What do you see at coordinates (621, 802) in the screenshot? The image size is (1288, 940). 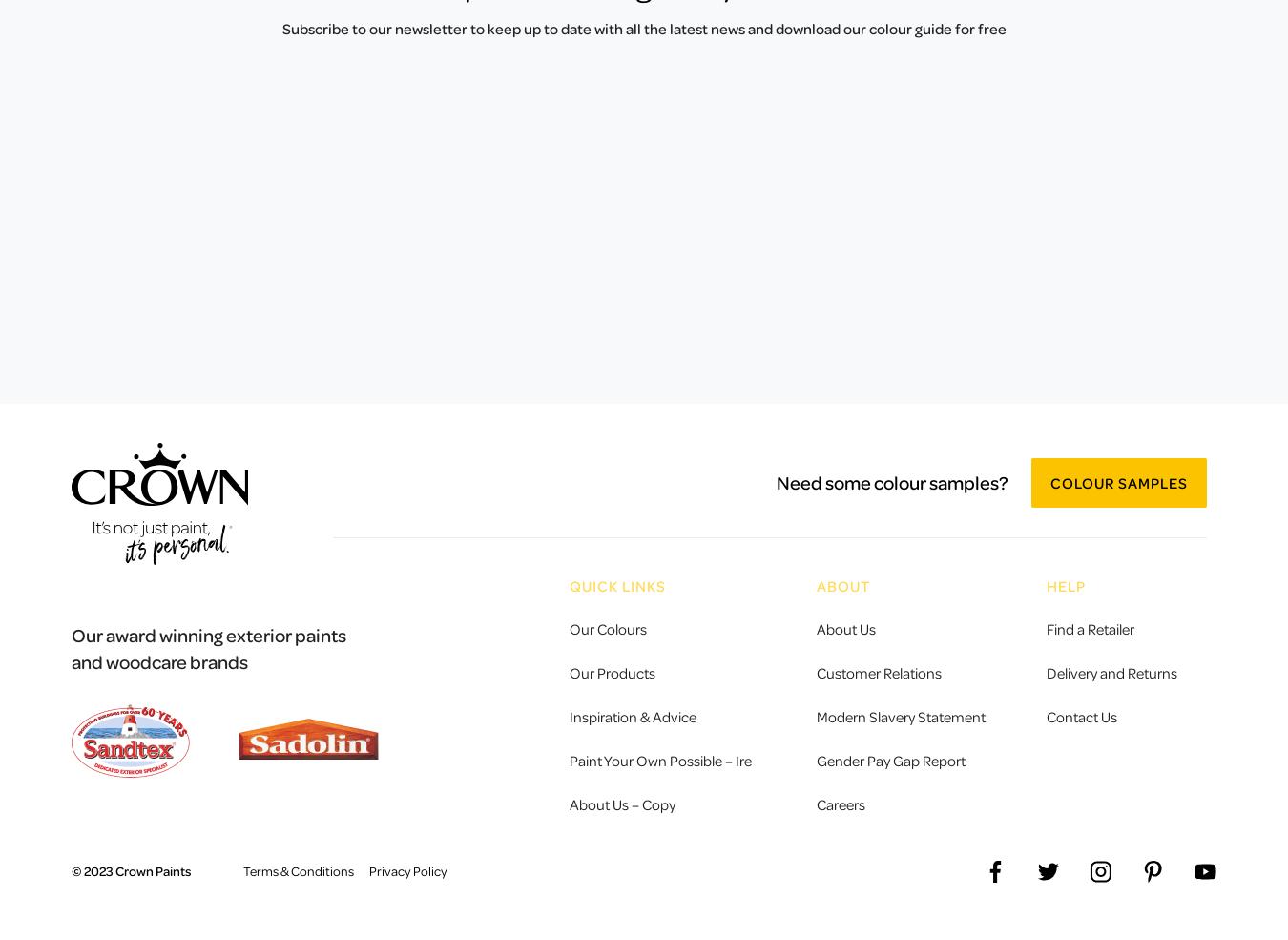 I see `'About Us – Copy'` at bounding box center [621, 802].